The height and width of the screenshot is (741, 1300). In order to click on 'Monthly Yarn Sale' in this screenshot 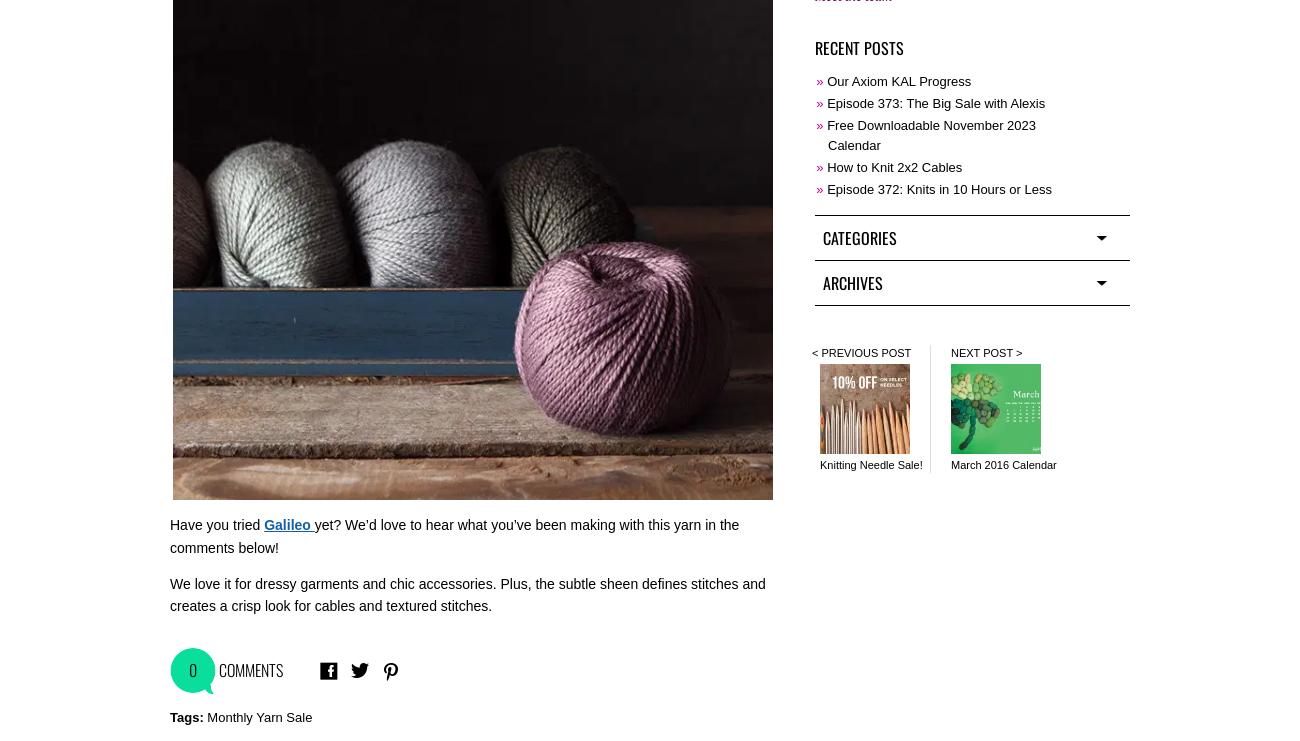, I will do `click(258, 716)`.